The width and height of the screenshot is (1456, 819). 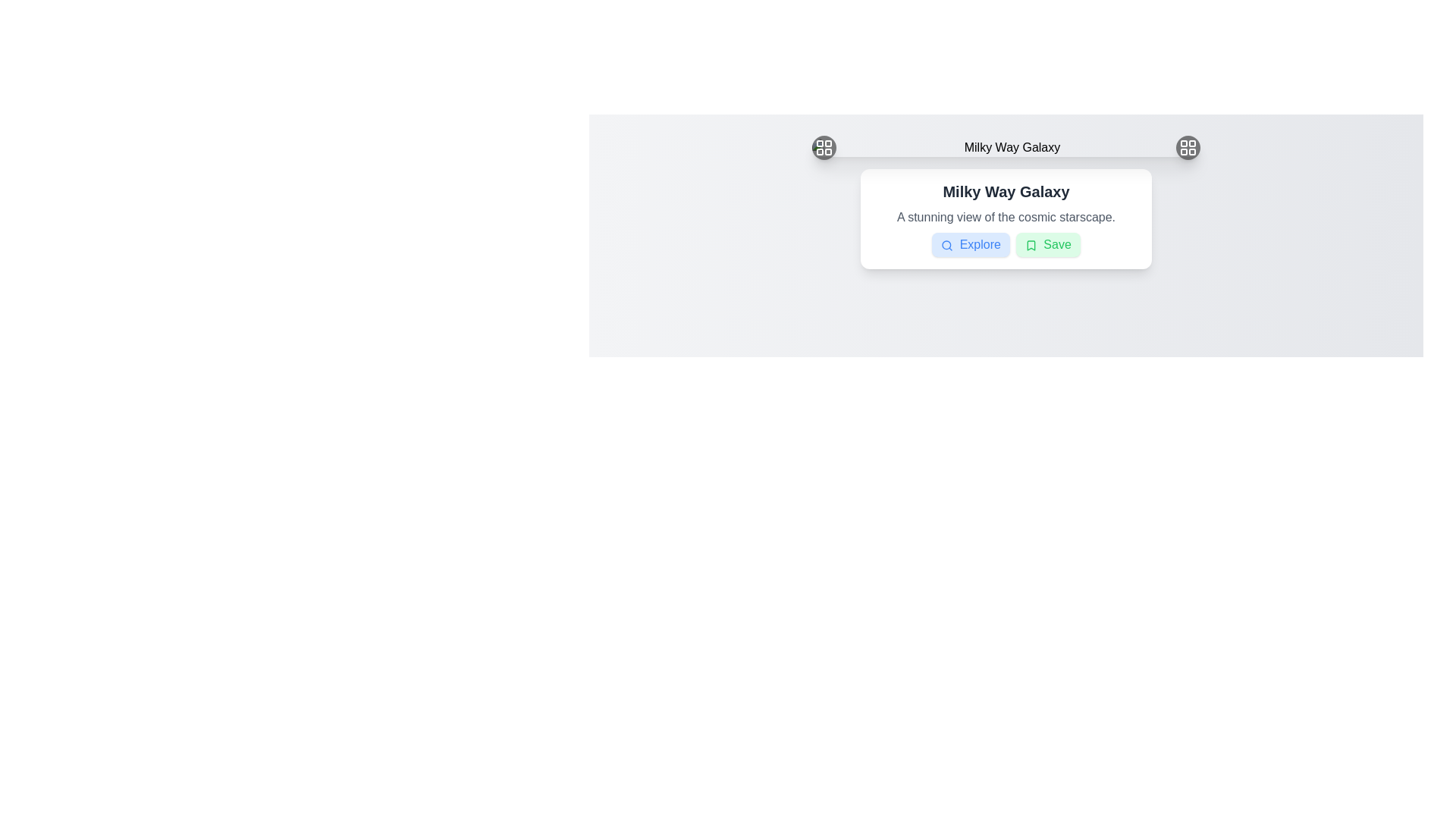 I want to click on the 'Save' button which contains the bookmarking icon, so click(x=1031, y=244).